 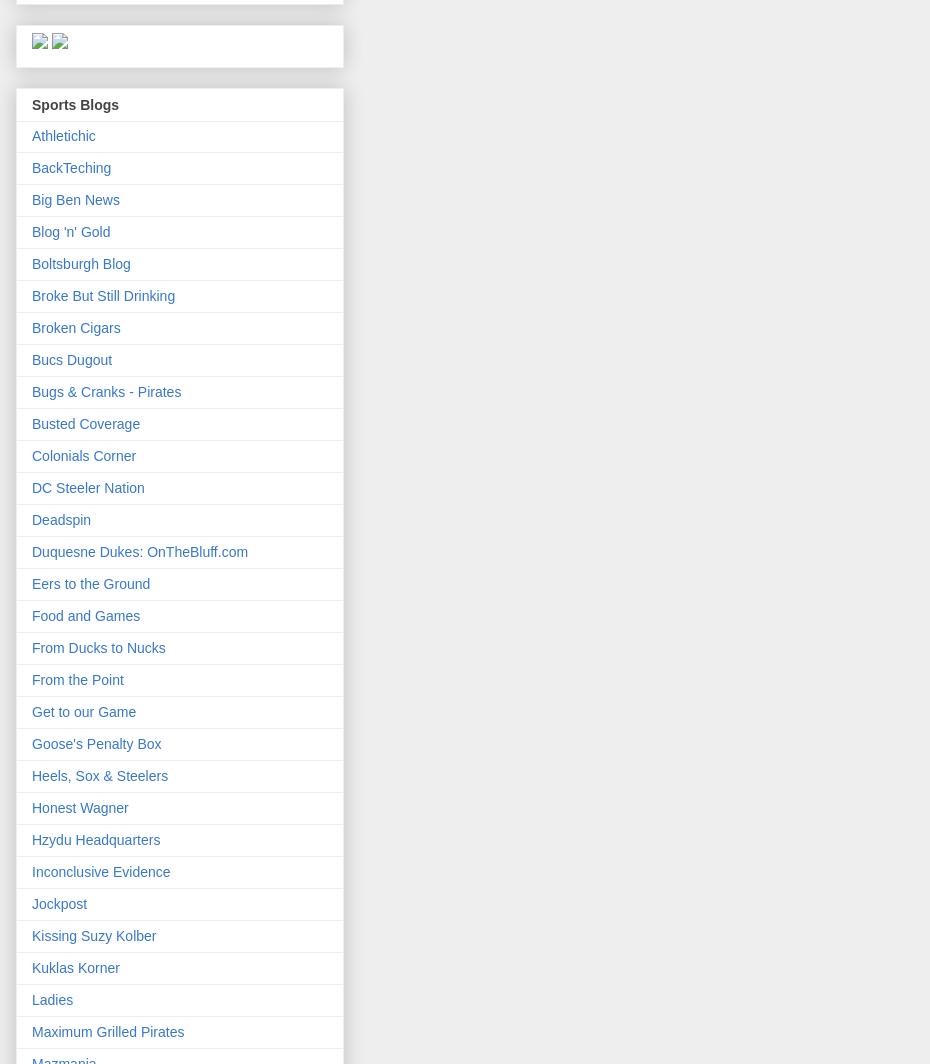 What do you see at coordinates (90, 584) in the screenshot?
I see `'Eers to the Ground'` at bounding box center [90, 584].